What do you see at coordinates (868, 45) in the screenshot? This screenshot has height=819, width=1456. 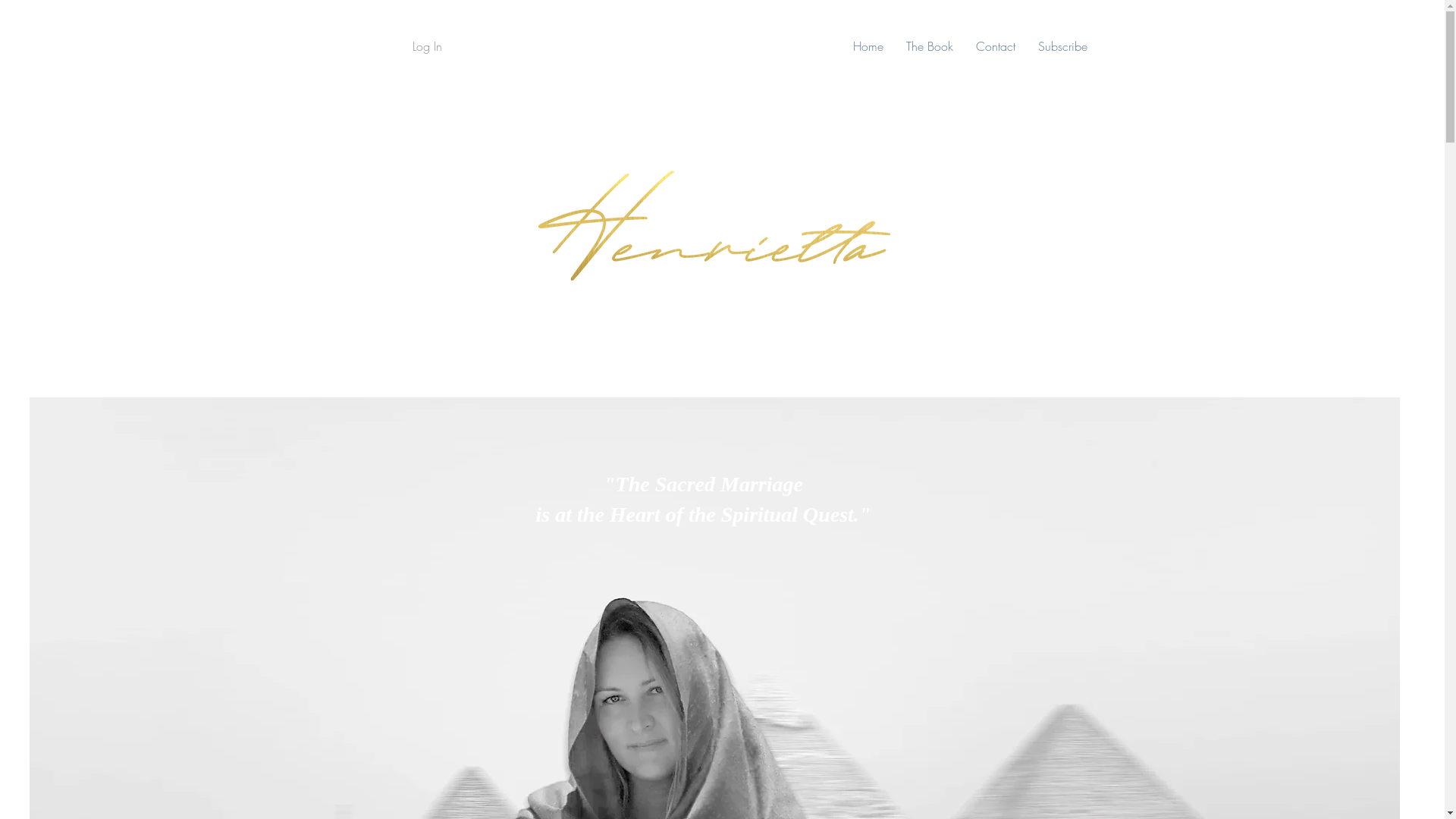 I see `'Home'` at bounding box center [868, 45].